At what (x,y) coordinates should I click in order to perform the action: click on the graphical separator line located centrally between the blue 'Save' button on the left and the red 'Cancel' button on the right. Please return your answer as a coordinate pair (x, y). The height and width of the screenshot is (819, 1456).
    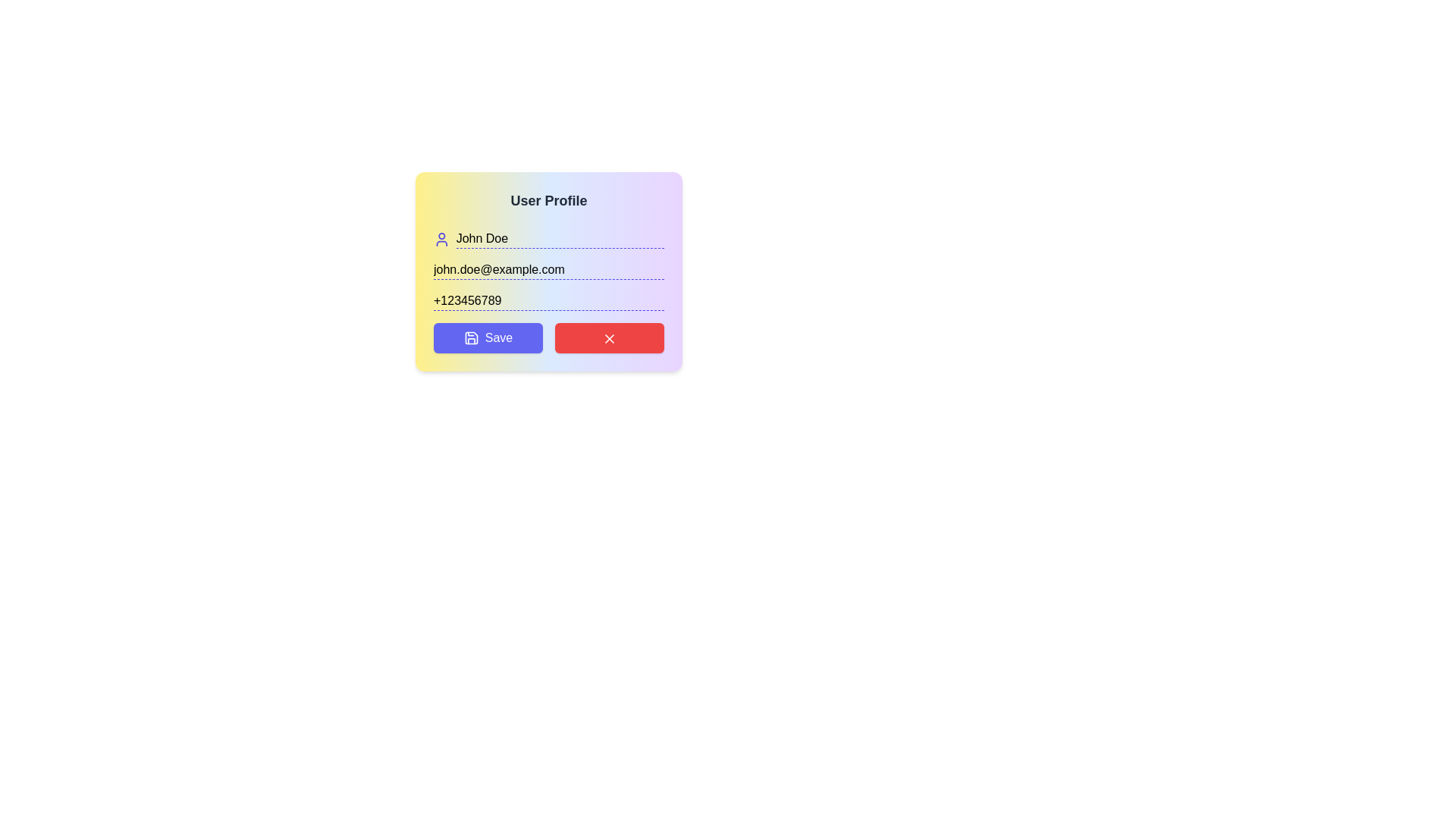
    Looking at the image, I should click on (548, 337).